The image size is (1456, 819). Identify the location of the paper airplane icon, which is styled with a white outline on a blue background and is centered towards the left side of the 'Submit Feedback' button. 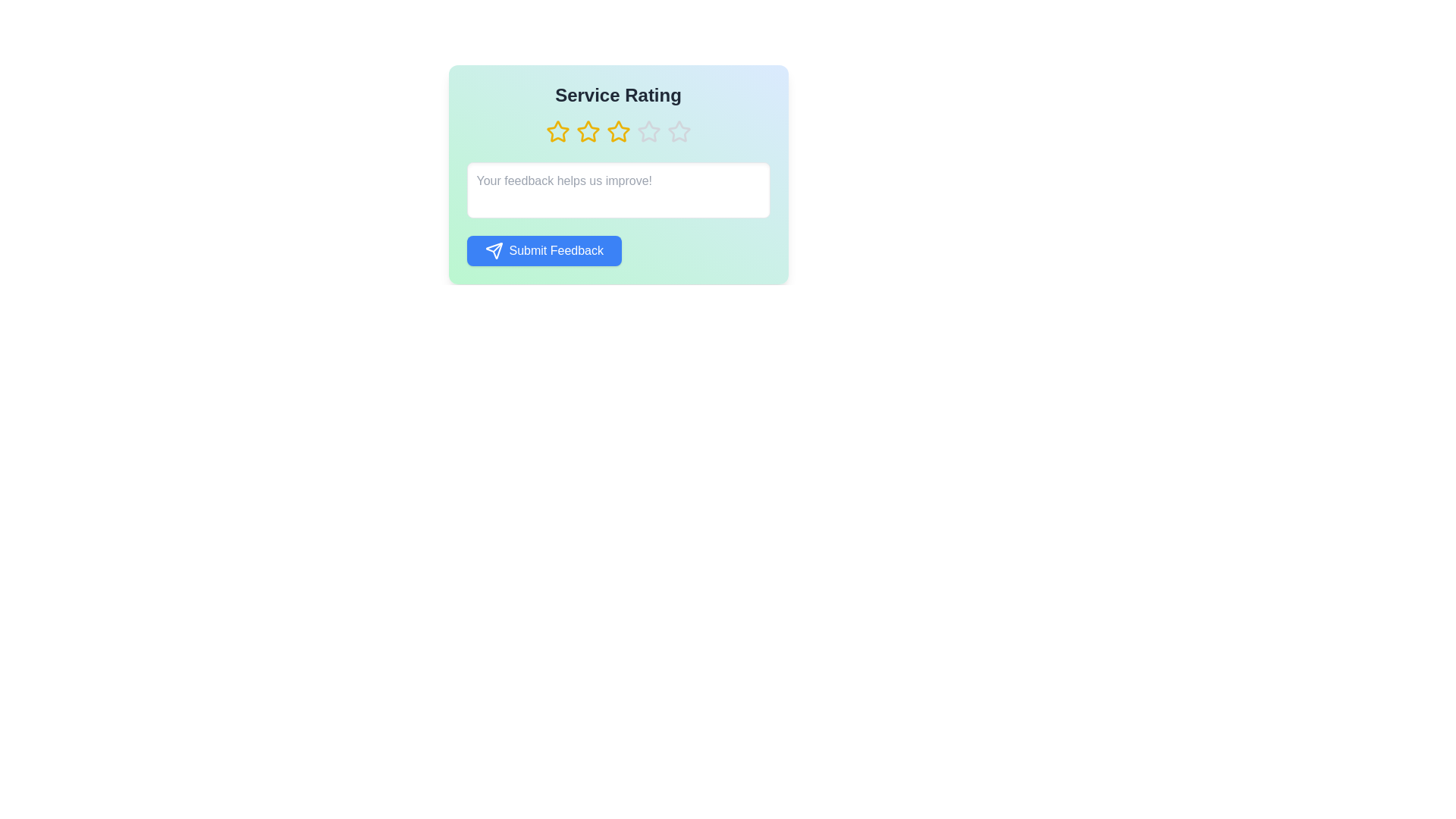
(494, 250).